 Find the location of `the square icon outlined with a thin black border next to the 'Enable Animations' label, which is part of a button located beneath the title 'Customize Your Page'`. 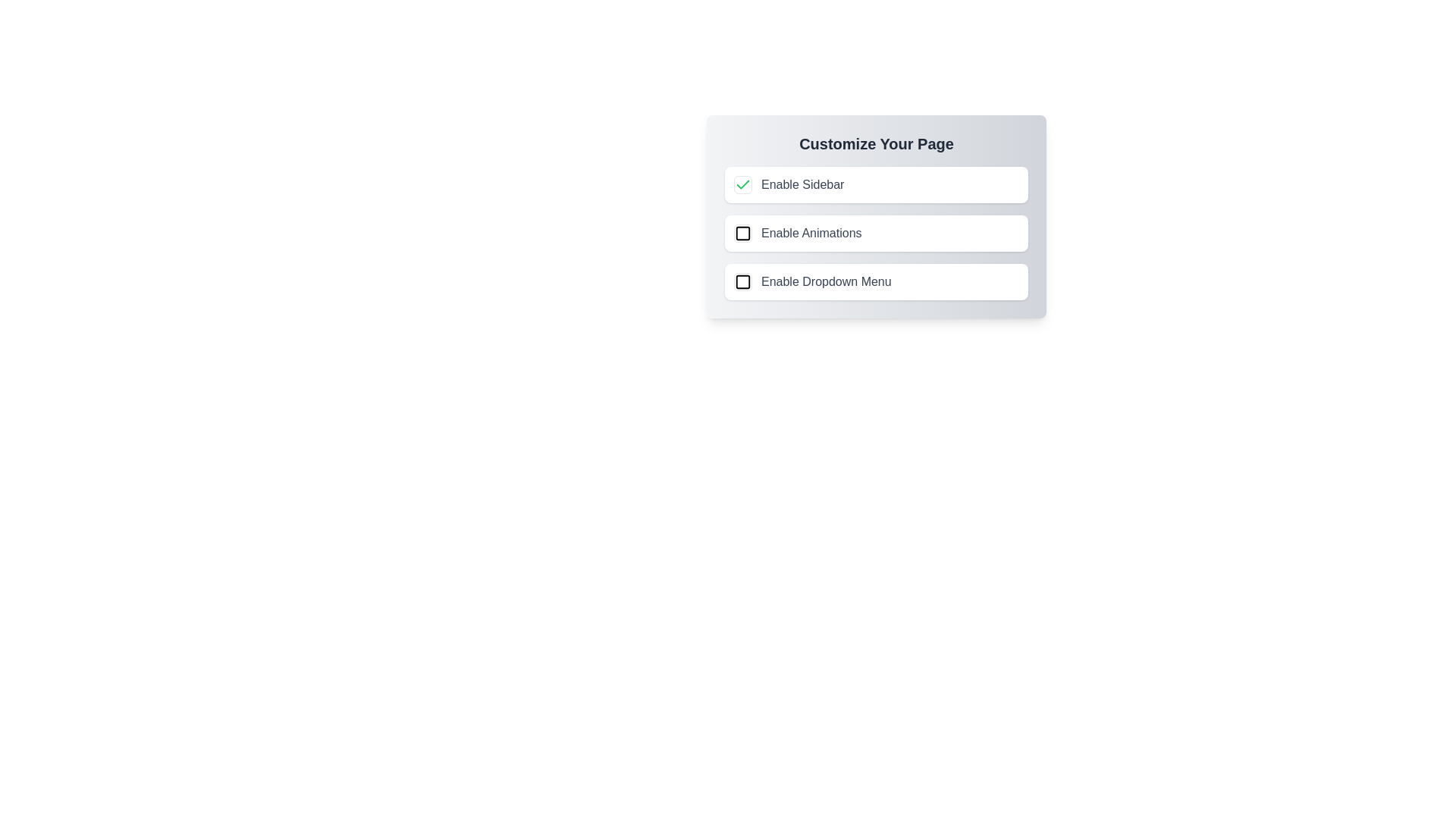

the square icon outlined with a thin black border next to the 'Enable Animations' label, which is part of a button located beneath the title 'Customize Your Page' is located at coordinates (742, 234).